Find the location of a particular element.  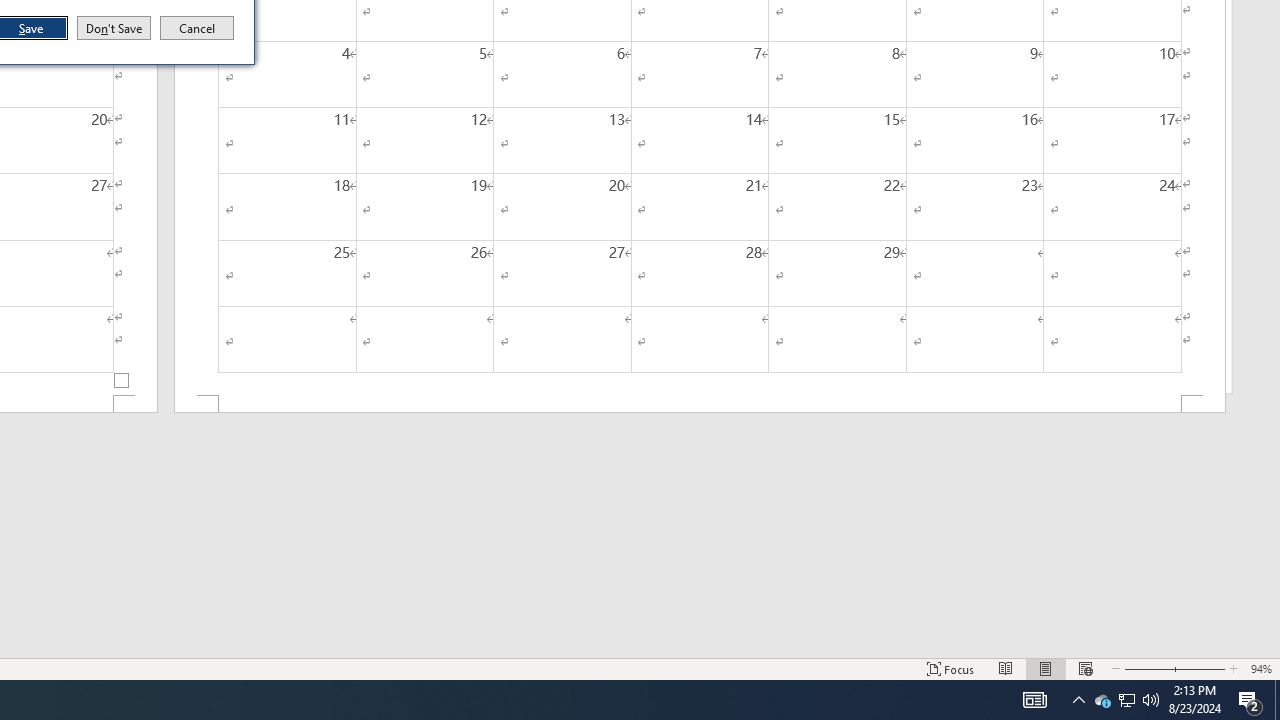

'Read Mode' is located at coordinates (1006, 669).